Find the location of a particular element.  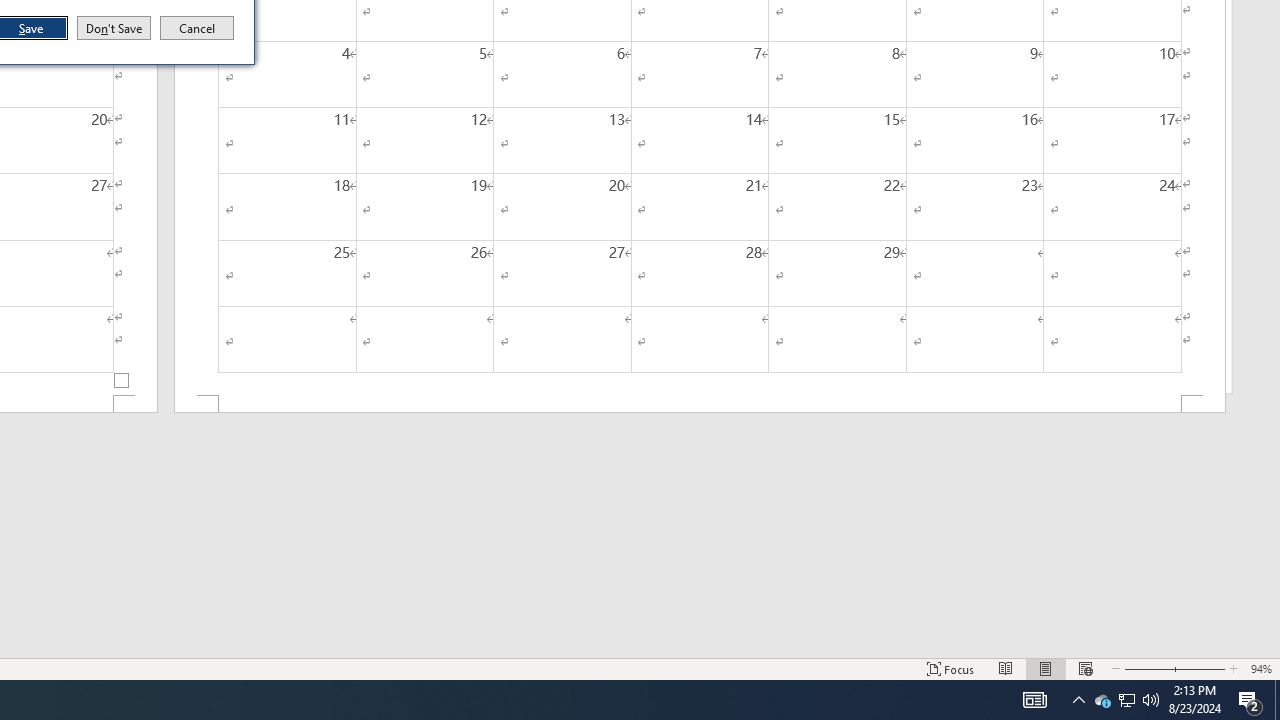

'Read Mode' is located at coordinates (1006, 669).